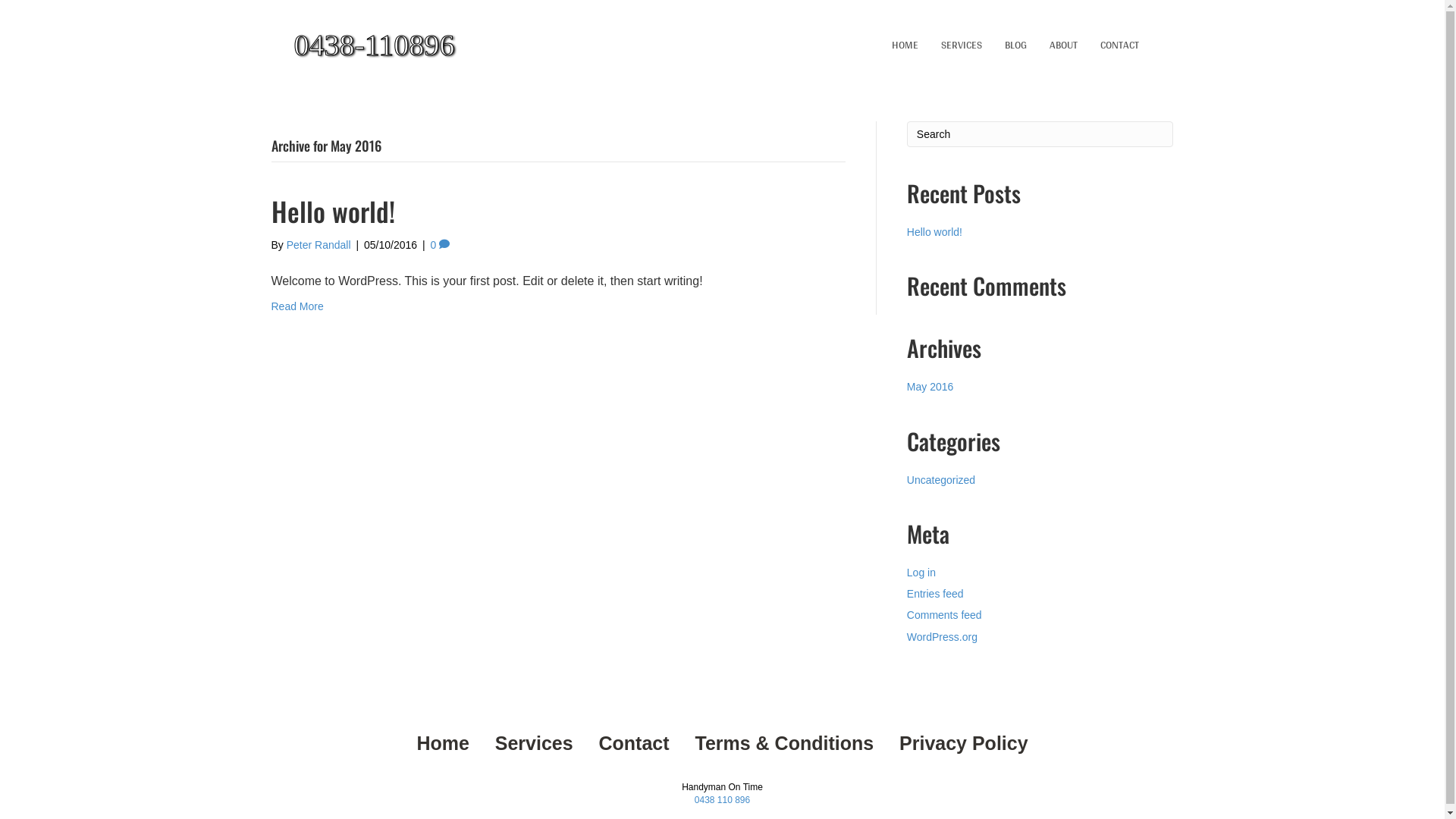  Describe the element at coordinates (880, 45) in the screenshot. I see `'HOME'` at that location.